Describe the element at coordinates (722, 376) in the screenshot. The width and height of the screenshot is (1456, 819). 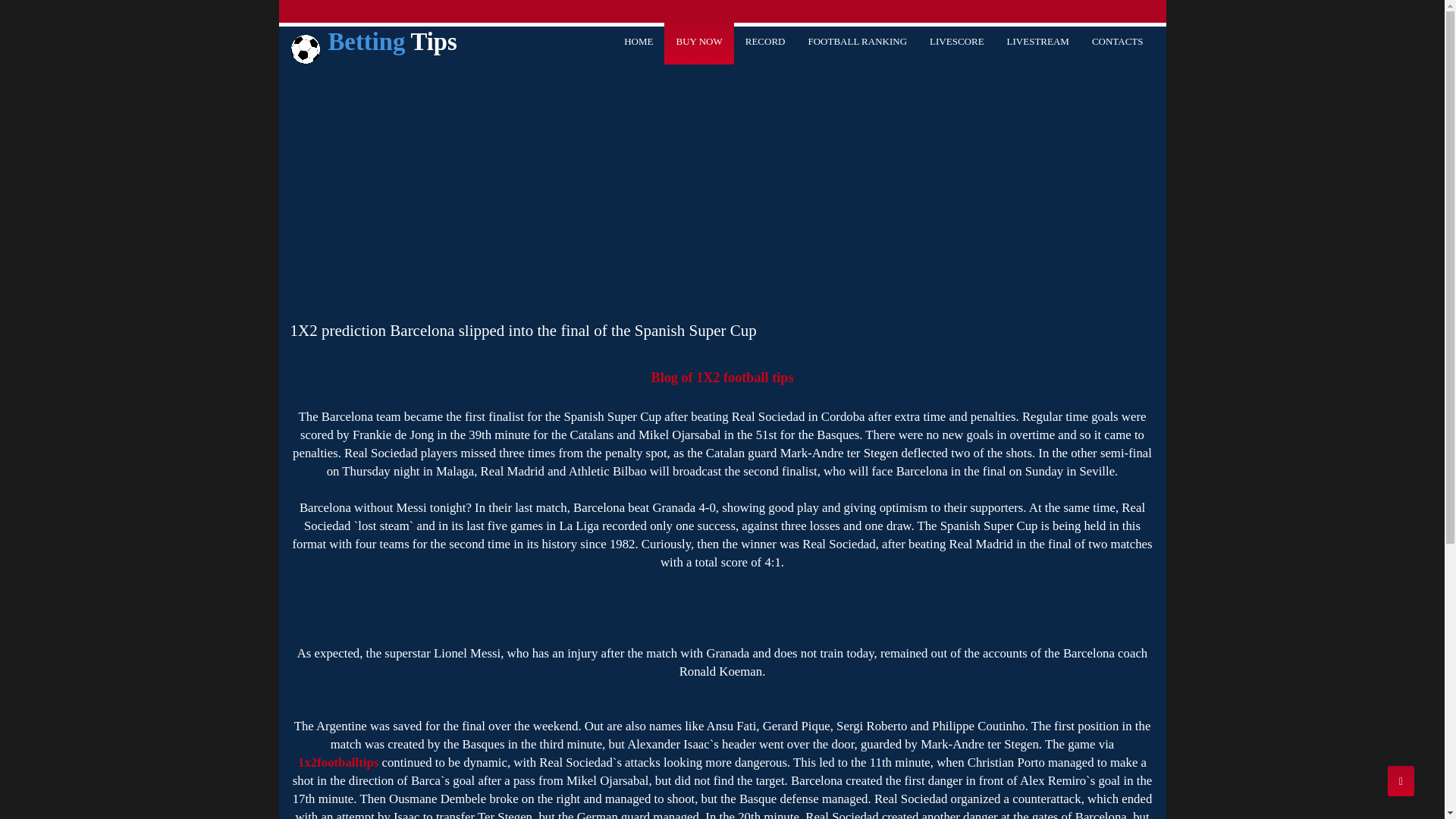
I see `'Blog of 1X2 football tips'` at that location.